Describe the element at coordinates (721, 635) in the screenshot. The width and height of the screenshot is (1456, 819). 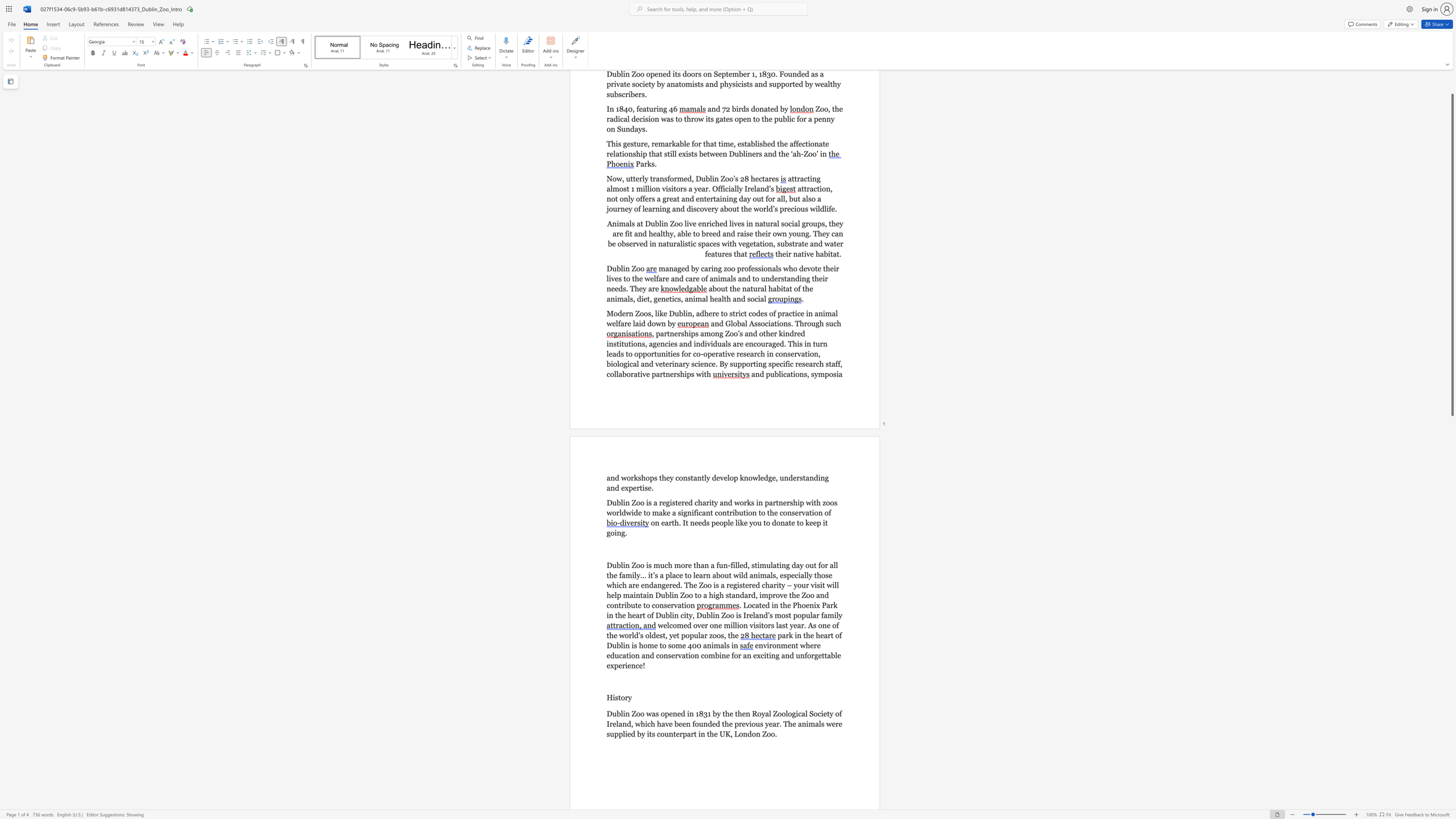
I see `the subset text "s, the" within the text "yet popular zoos, the"` at that location.